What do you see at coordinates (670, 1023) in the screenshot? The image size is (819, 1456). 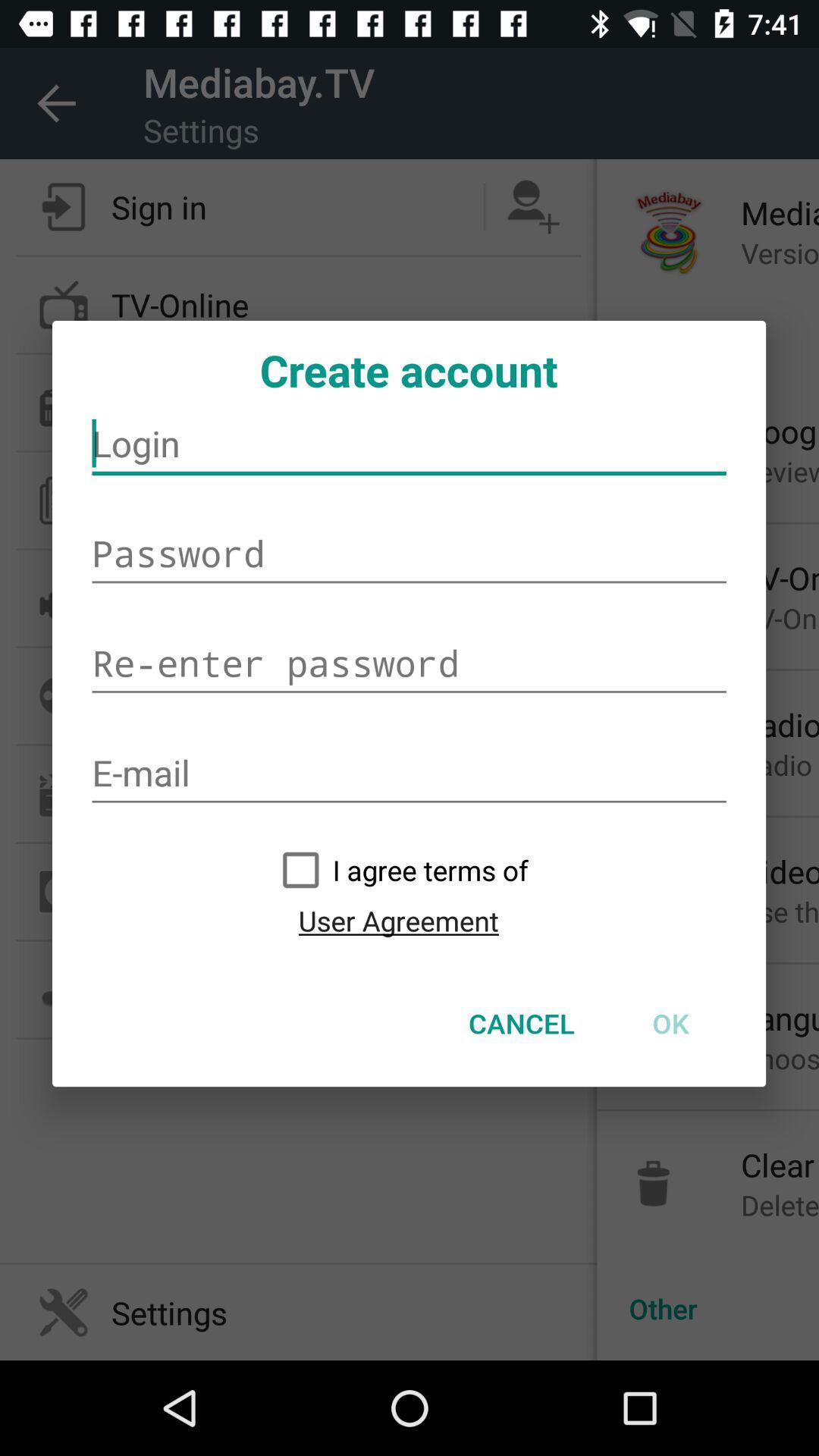 I see `the ok item` at bounding box center [670, 1023].